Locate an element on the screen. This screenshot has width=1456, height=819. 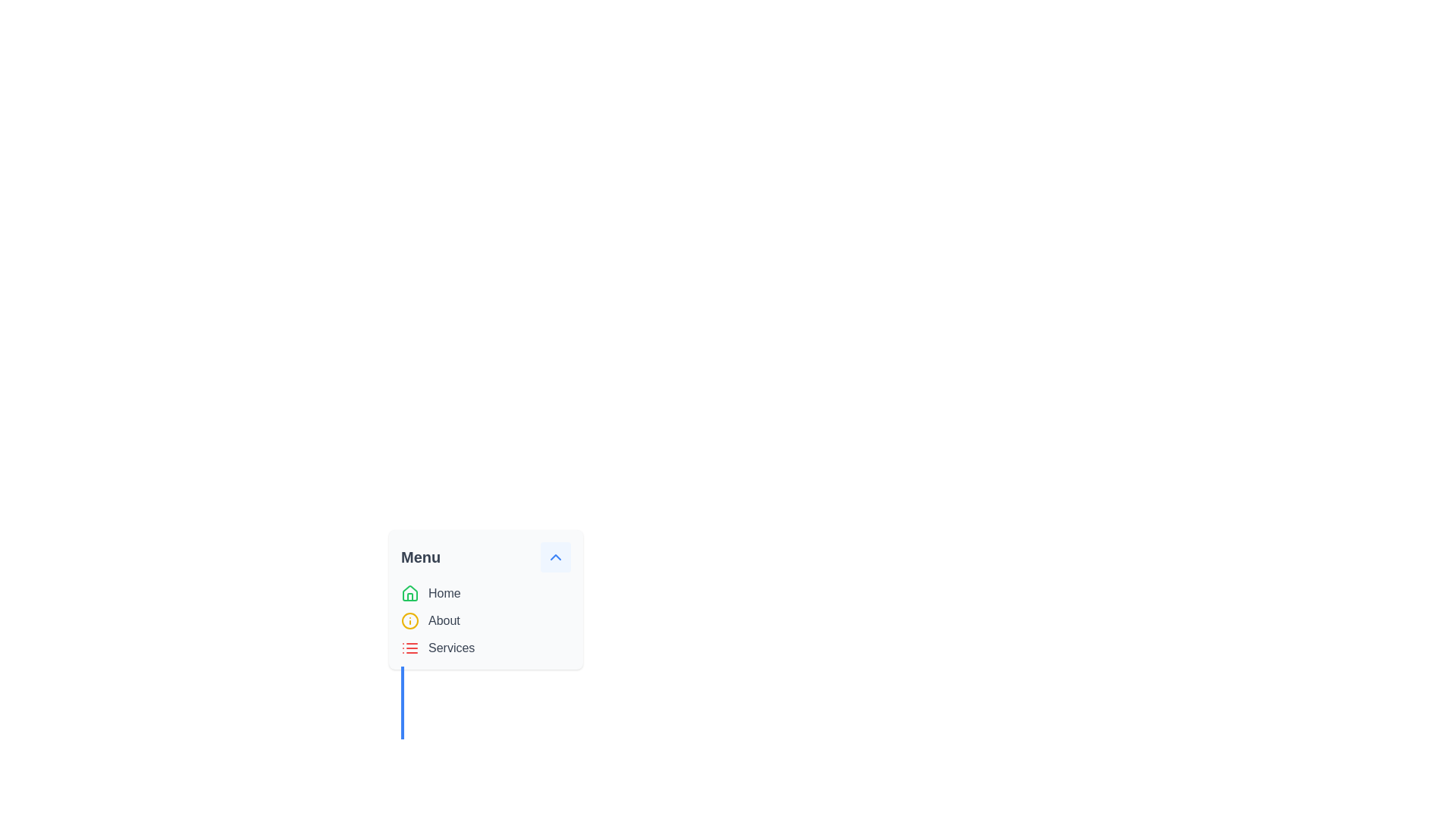
the circular part of the Info icon, which is styled with a yellow outline and located to the left of the menu section titled 'Menu' is located at coordinates (410, 620).